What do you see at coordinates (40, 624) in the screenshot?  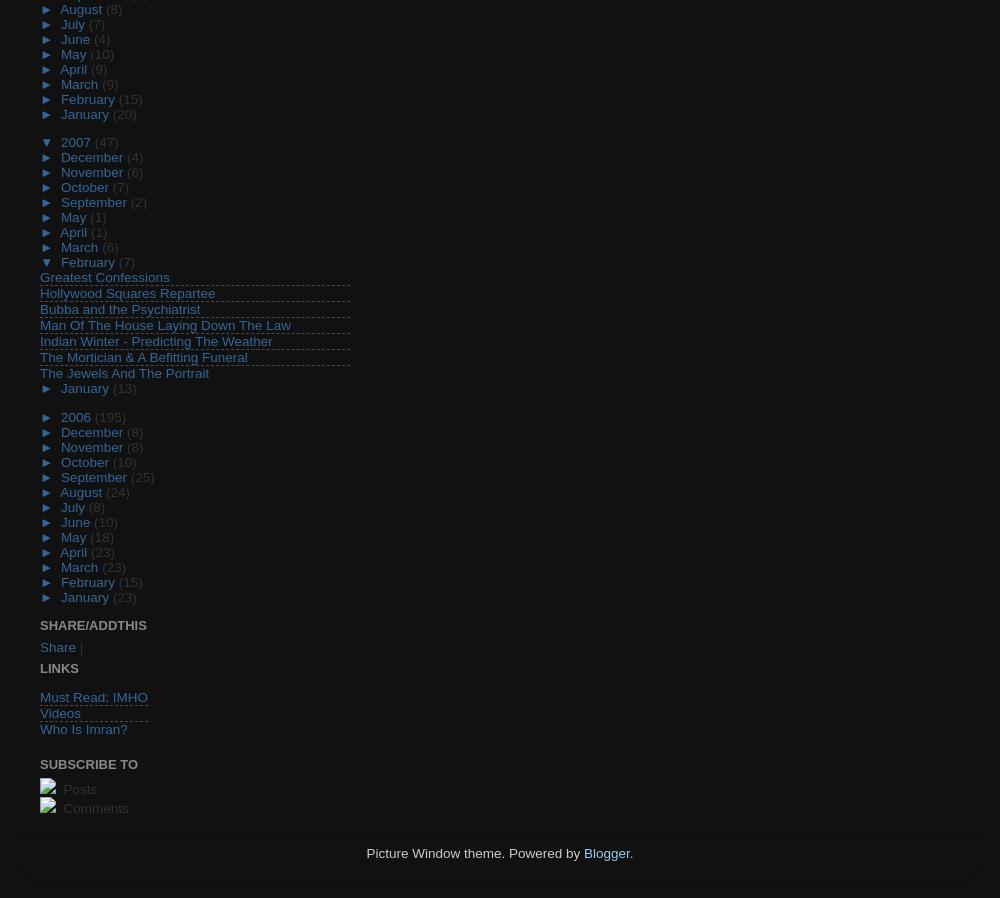 I see `'Share/AddThis'` at bounding box center [40, 624].